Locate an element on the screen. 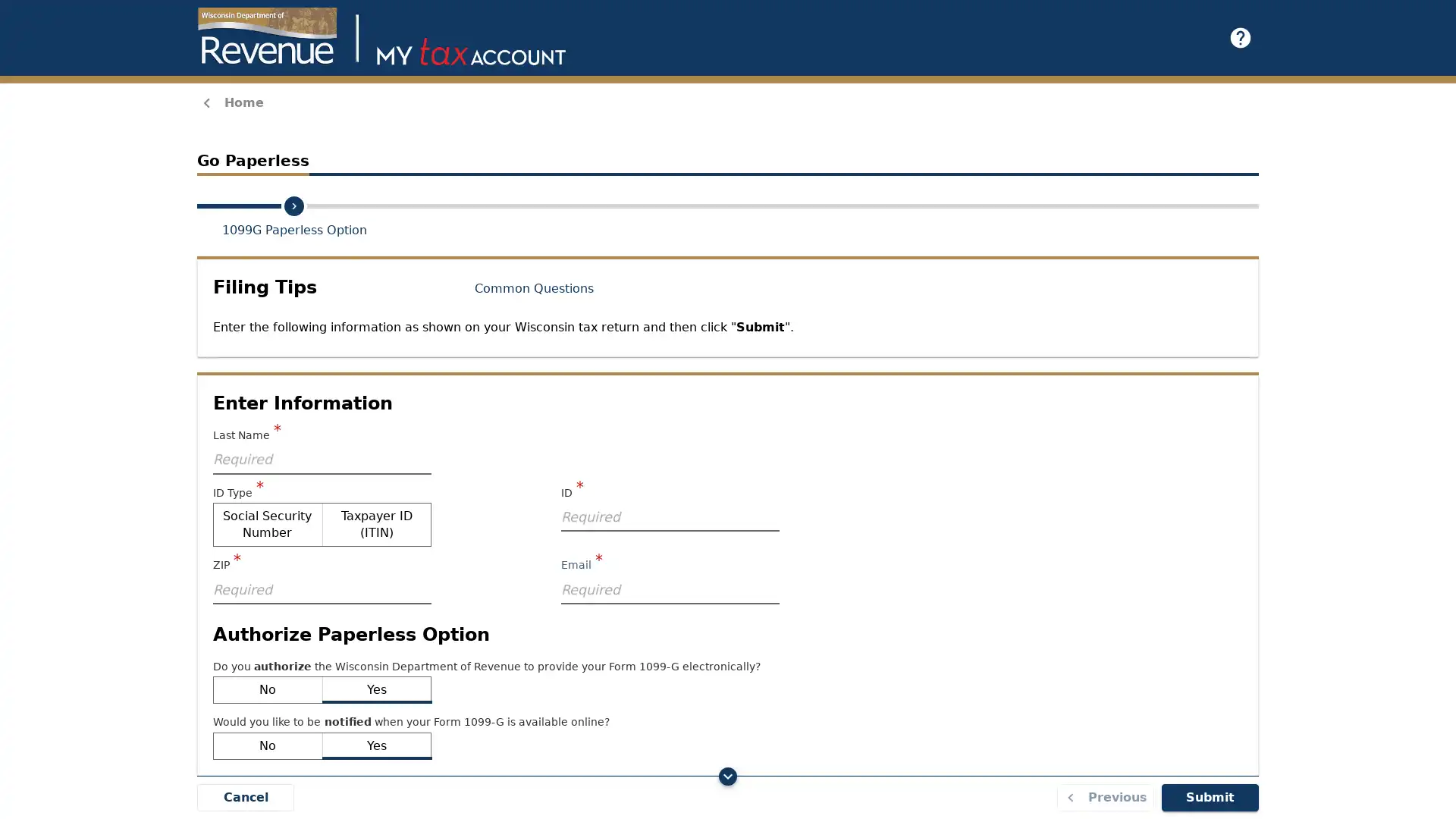  Submit is located at coordinates (1210, 796).